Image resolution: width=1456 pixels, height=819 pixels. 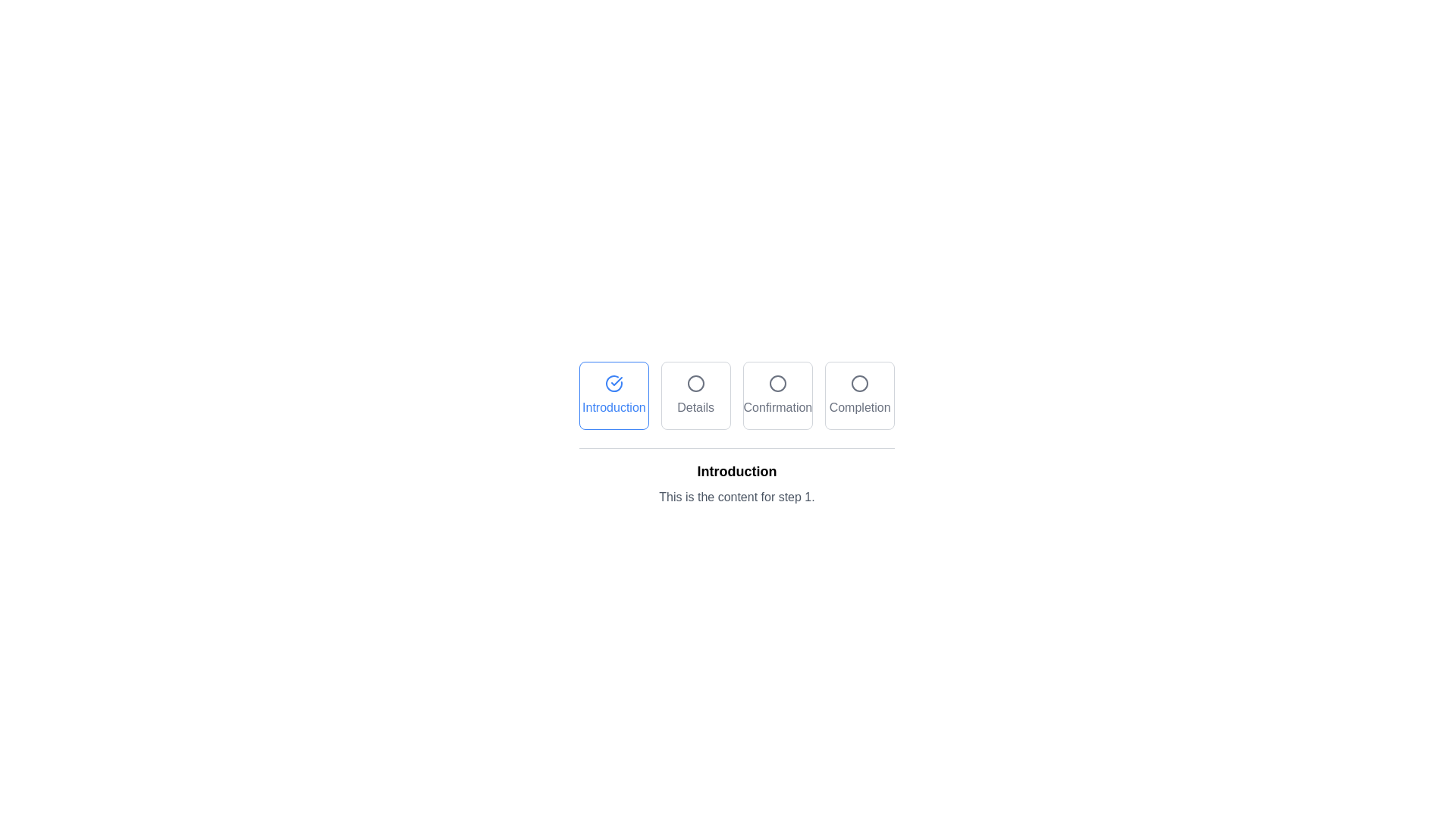 What do you see at coordinates (777, 406) in the screenshot?
I see `the text label 'Confirmation' located centered under a circular icon in the third box of a linear progression of four boxes` at bounding box center [777, 406].